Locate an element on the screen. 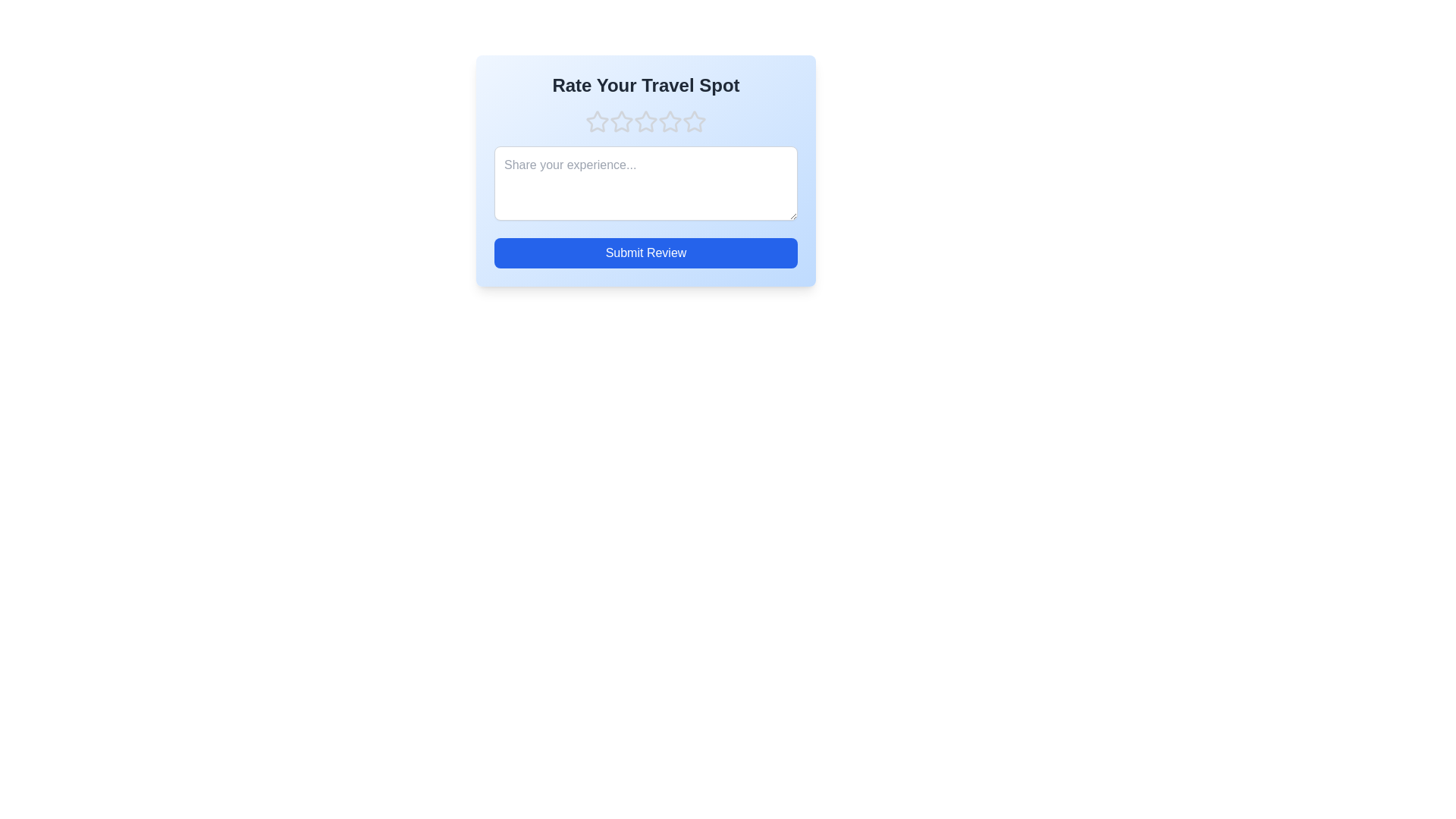  the text area to focus and enable text input is located at coordinates (645, 183).